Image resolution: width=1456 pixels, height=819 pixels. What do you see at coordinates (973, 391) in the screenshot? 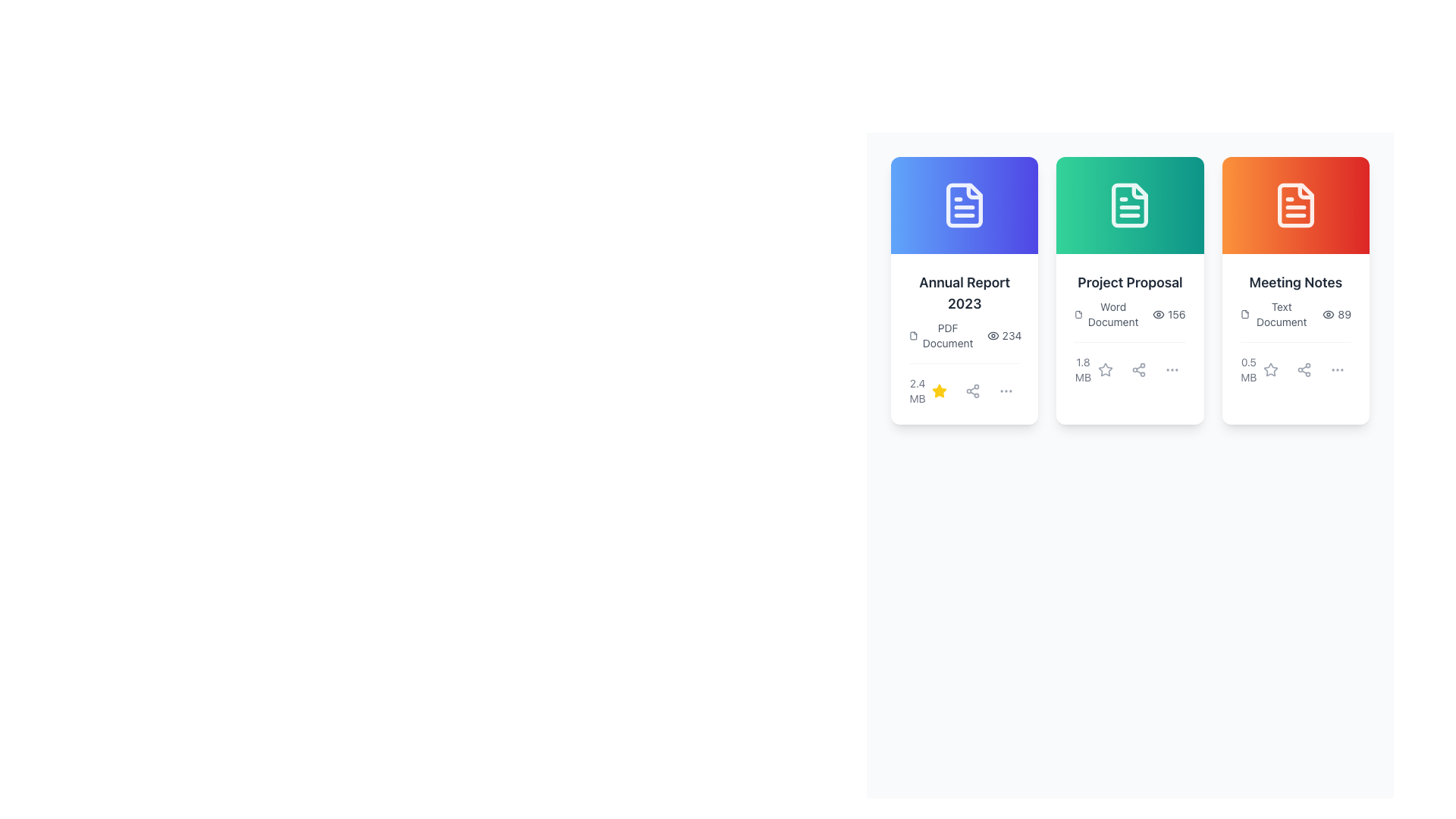
I see `the icon button that represents a share symbol, styled in soft gray tones, located at the bottom-middle section of the card for 'Annual Report 2023', positioned between a yellow star icon and an icon with three vertical dots` at bounding box center [973, 391].